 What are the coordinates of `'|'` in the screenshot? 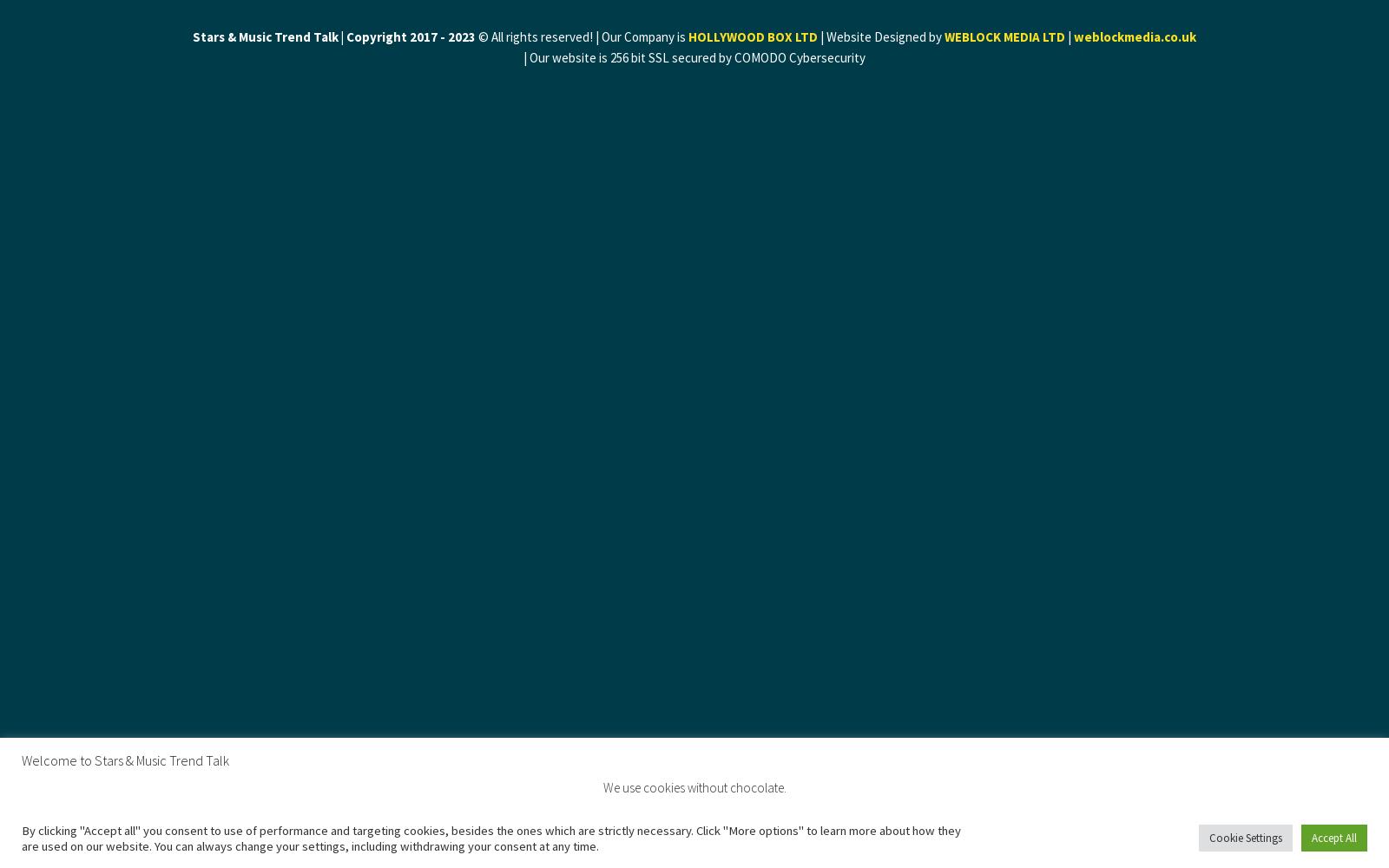 It's located at (1067, 36).